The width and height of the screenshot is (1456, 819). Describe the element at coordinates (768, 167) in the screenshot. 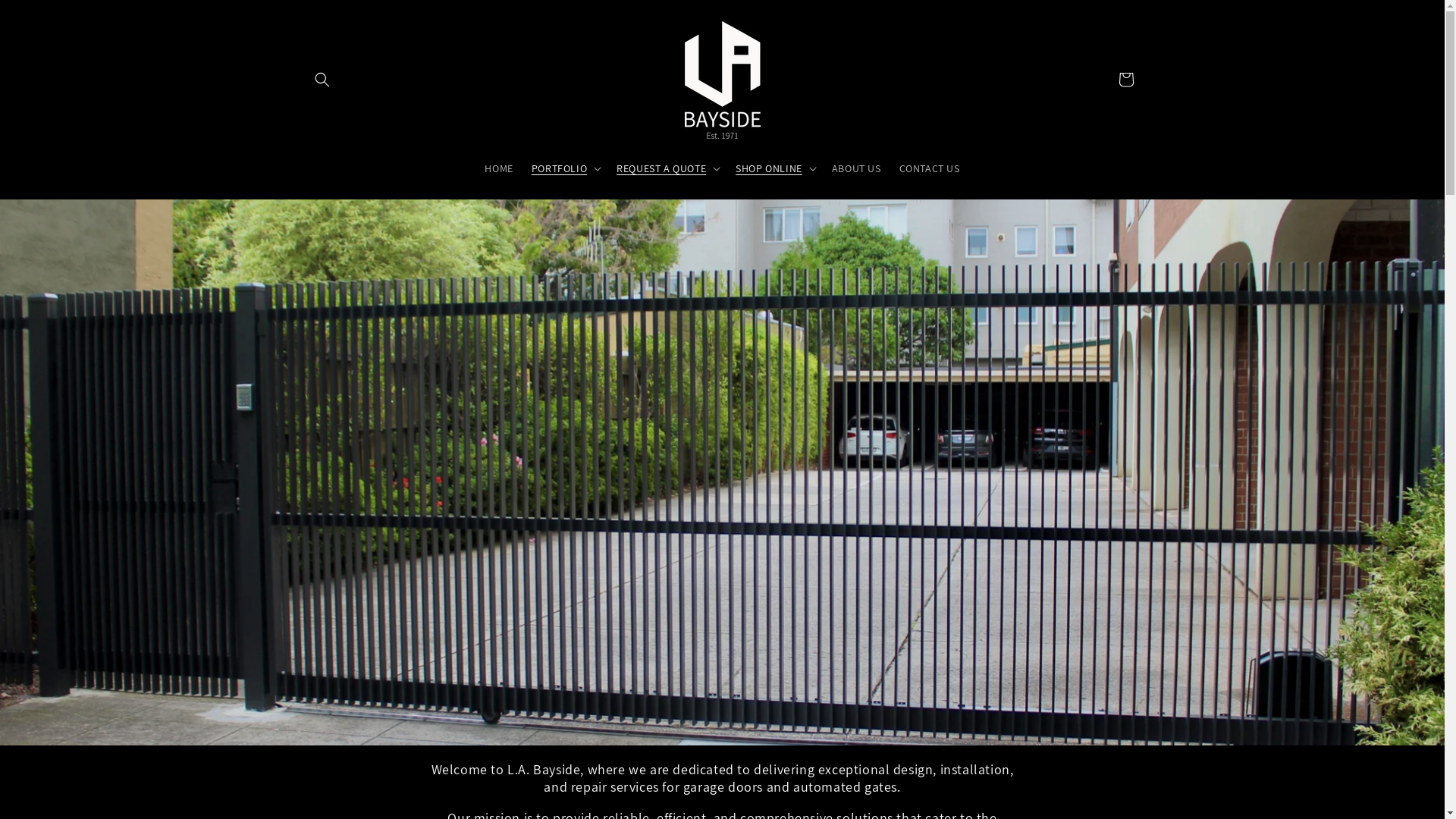

I see `'SHOP ONLINE'` at that location.